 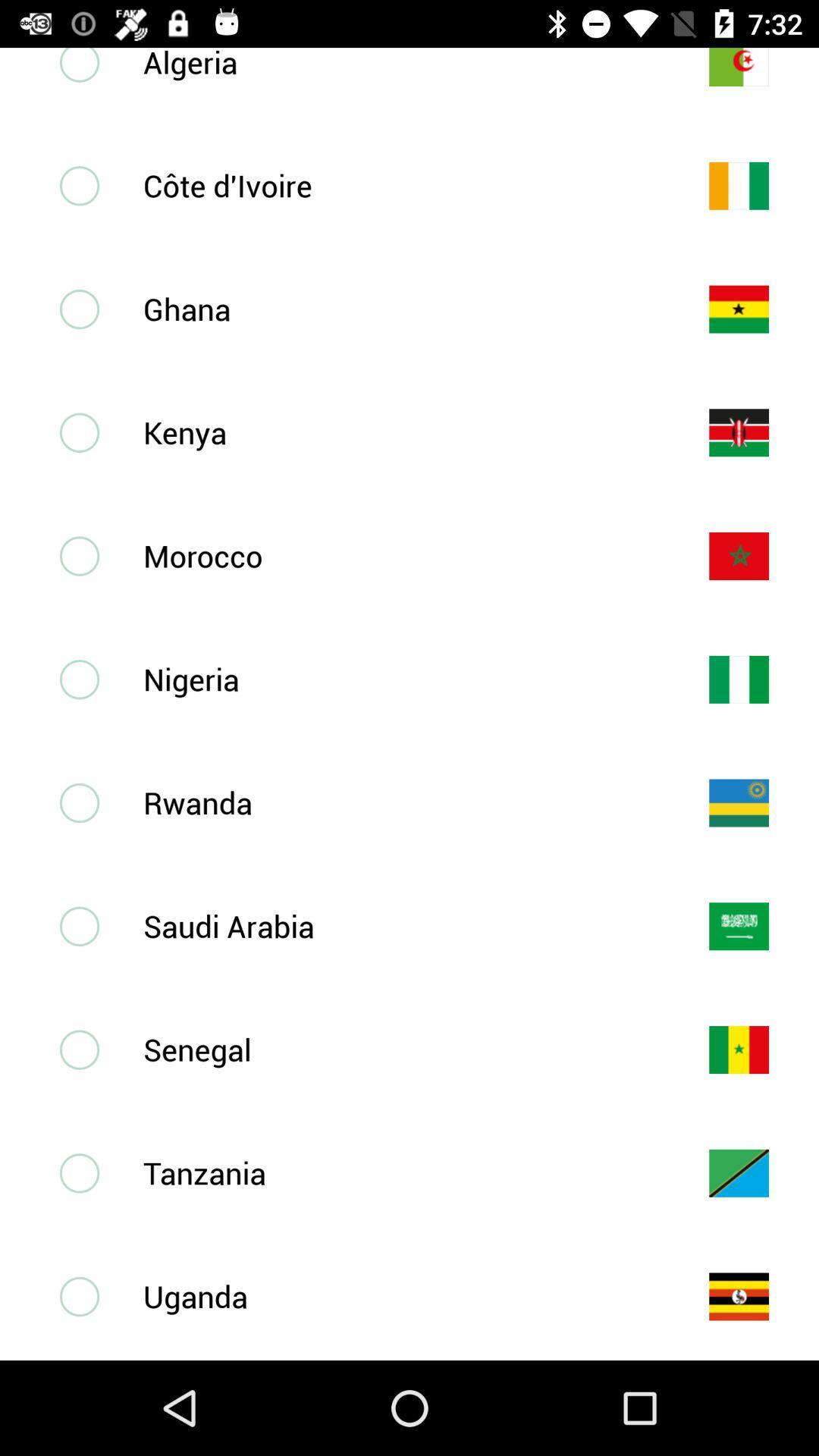 What do you see at coordinates (400, 555) in the screenshot?
I see `morocco item` at bounding box center [400, 555].